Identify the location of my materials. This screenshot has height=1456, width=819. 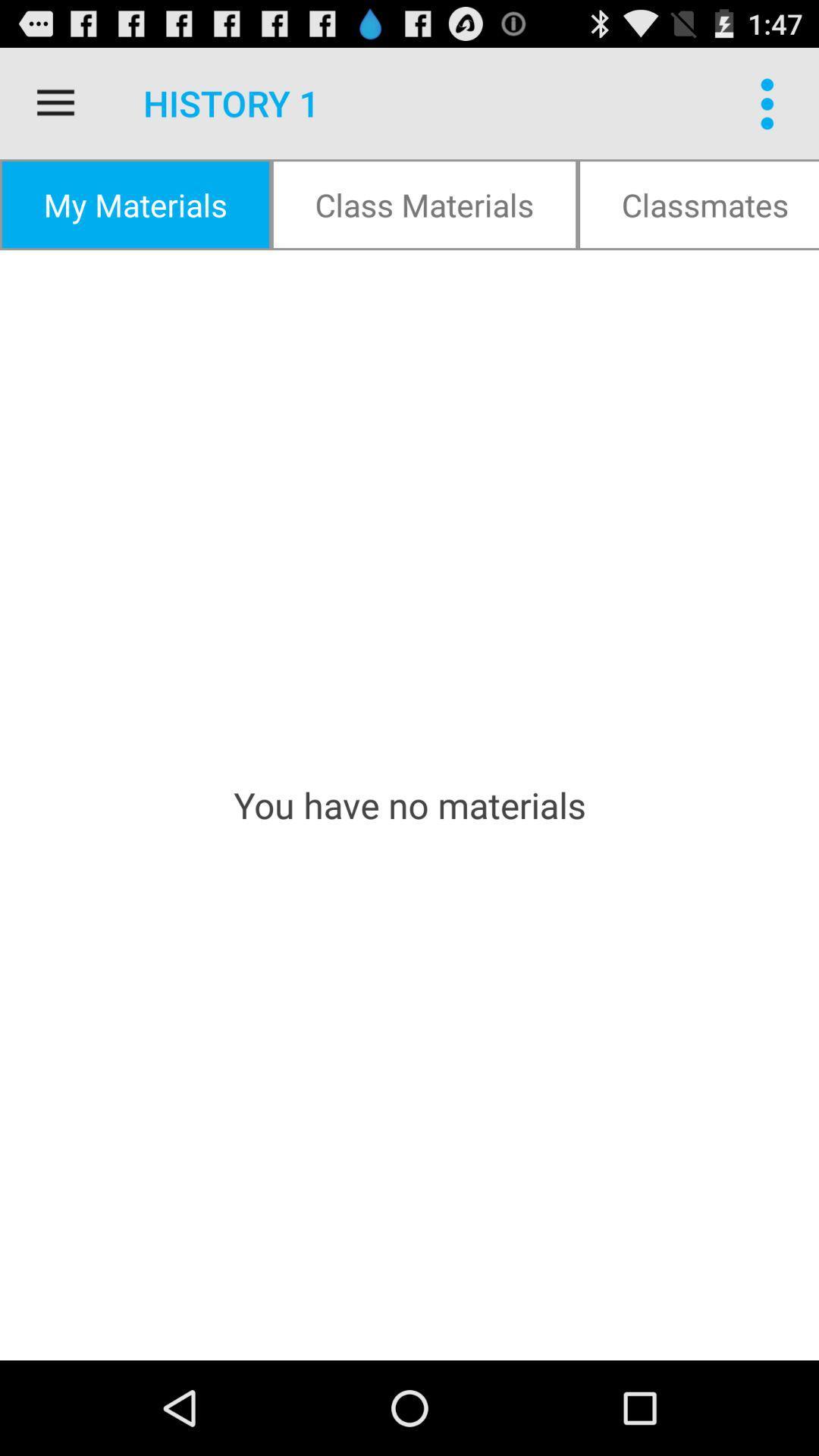
(134, 203).